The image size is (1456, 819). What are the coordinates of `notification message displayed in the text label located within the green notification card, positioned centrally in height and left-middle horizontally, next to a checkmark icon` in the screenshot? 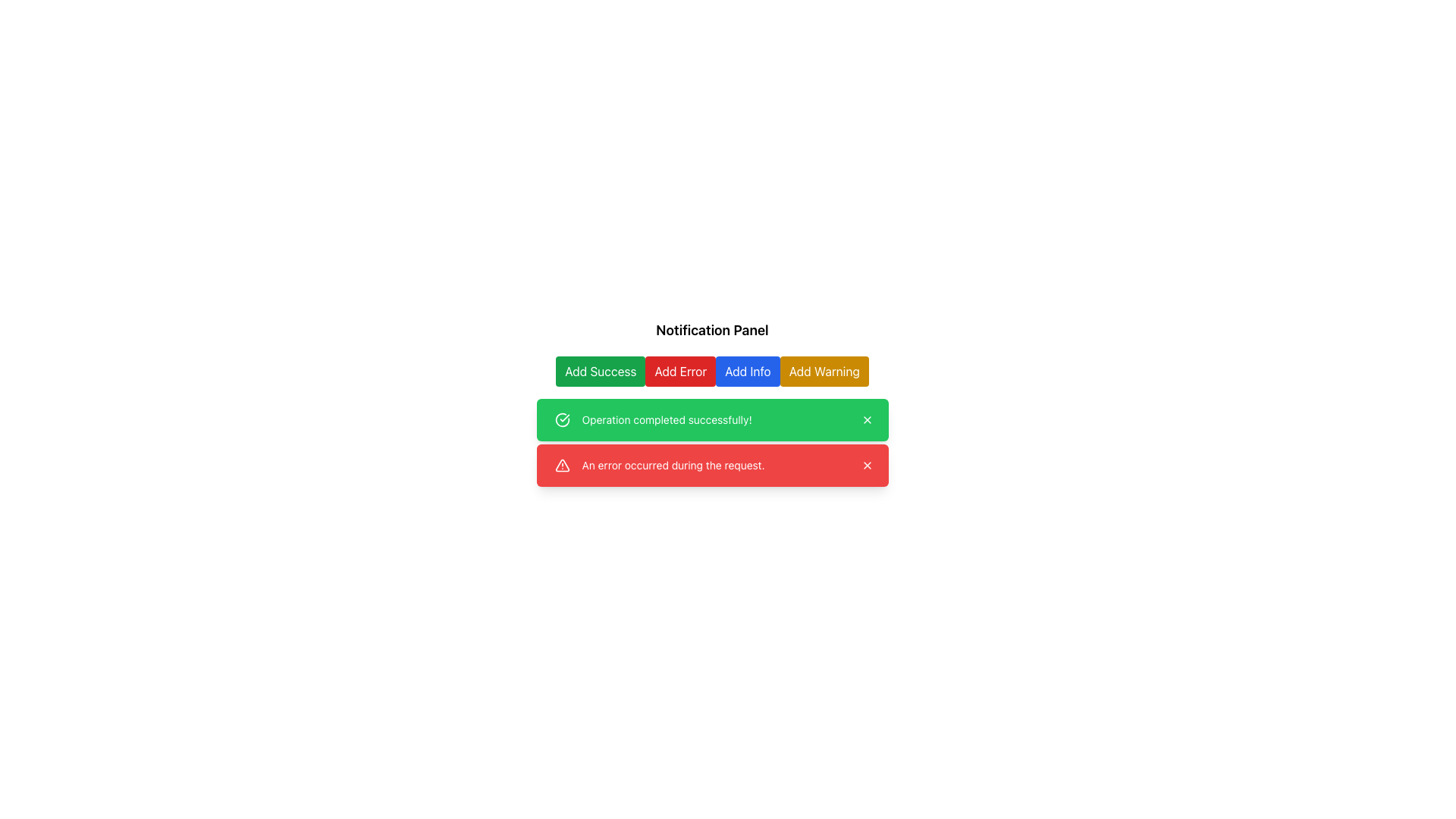 It's located at (667, 420).